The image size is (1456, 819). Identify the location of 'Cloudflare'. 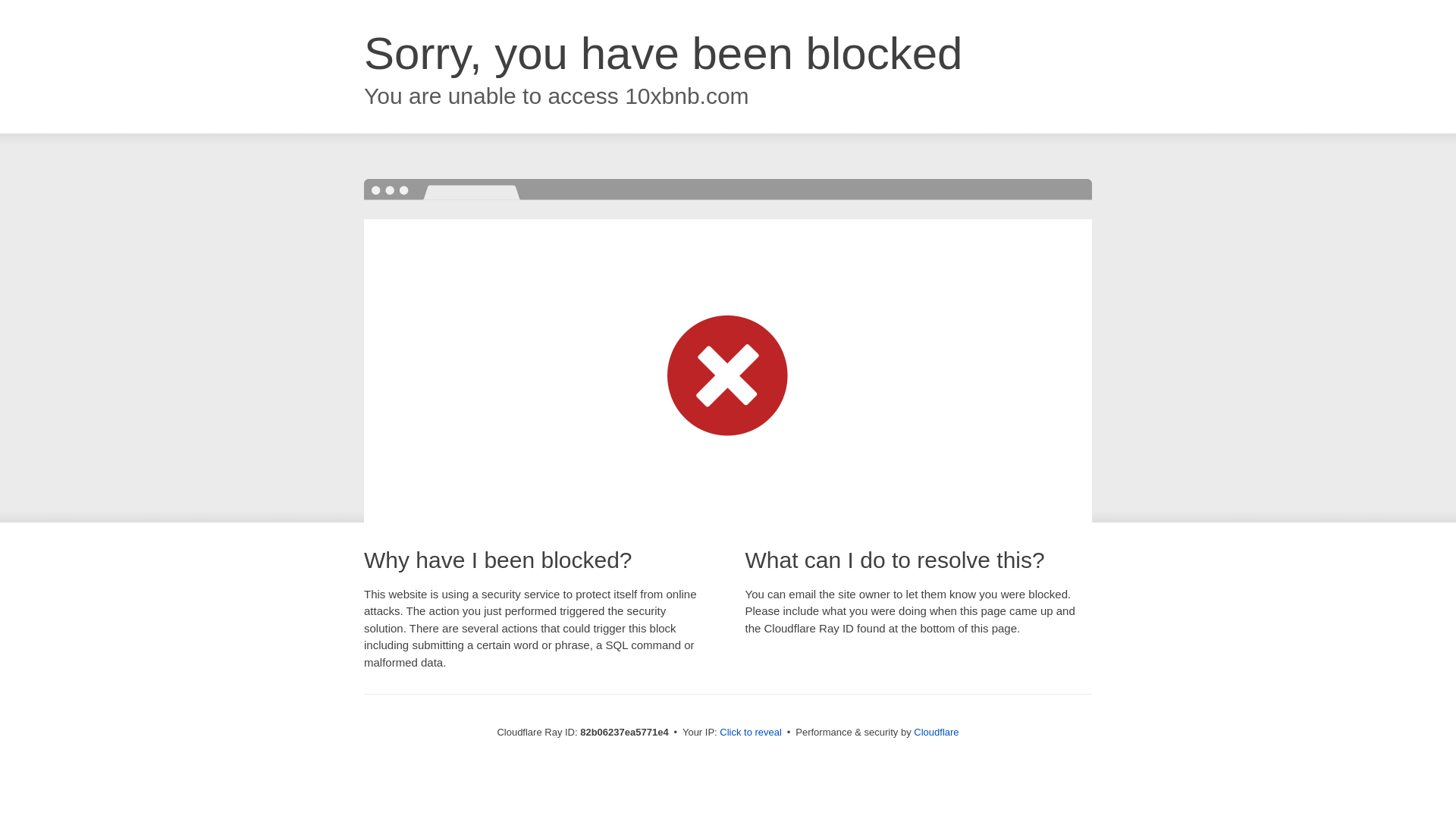
(935, 731).